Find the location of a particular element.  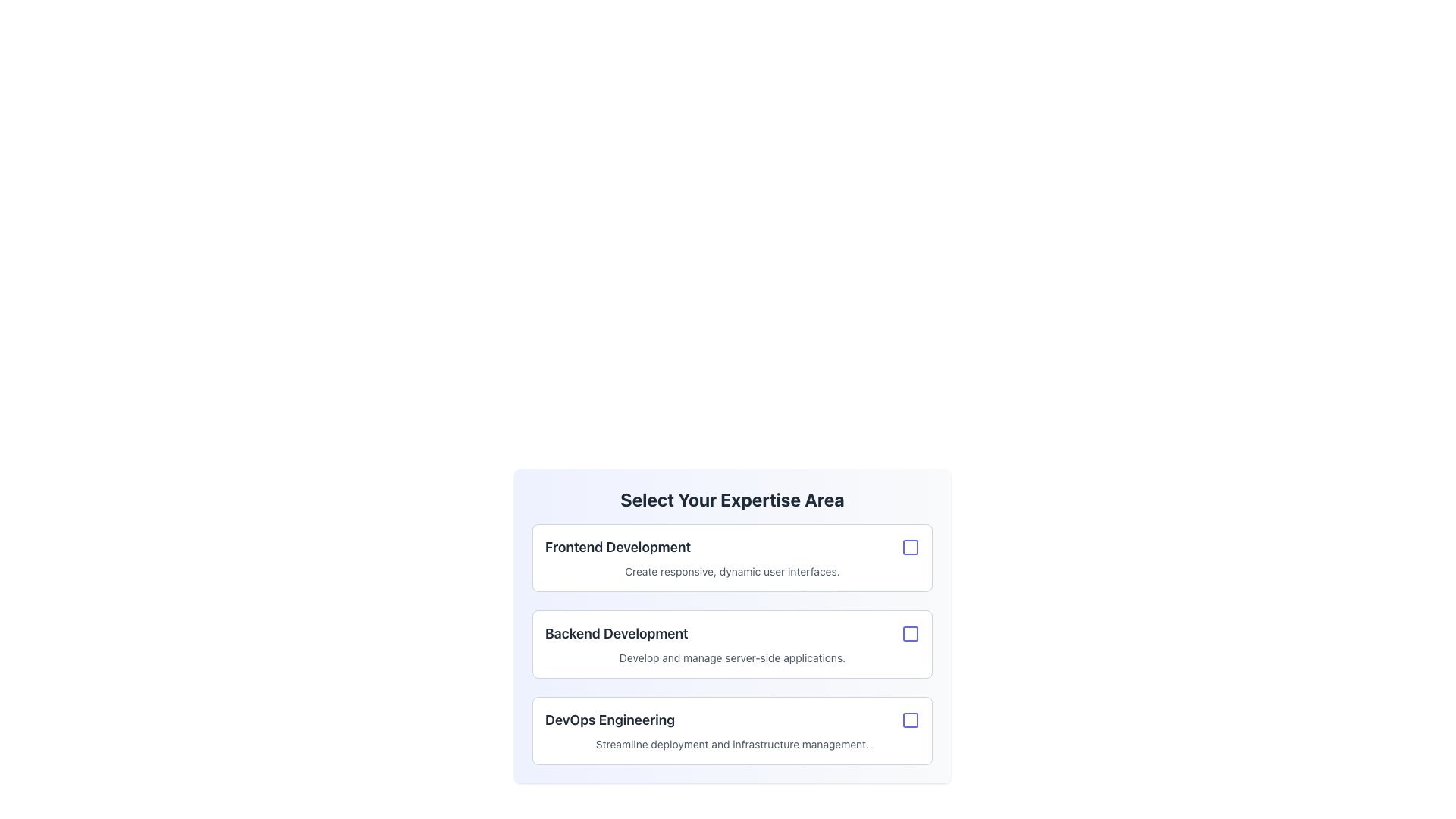

the textual component that reads 'Streamline deployment and infrastructure management.' located below the 'DevOps Engineering' title within a card layout is located at coordinates (732, 744).